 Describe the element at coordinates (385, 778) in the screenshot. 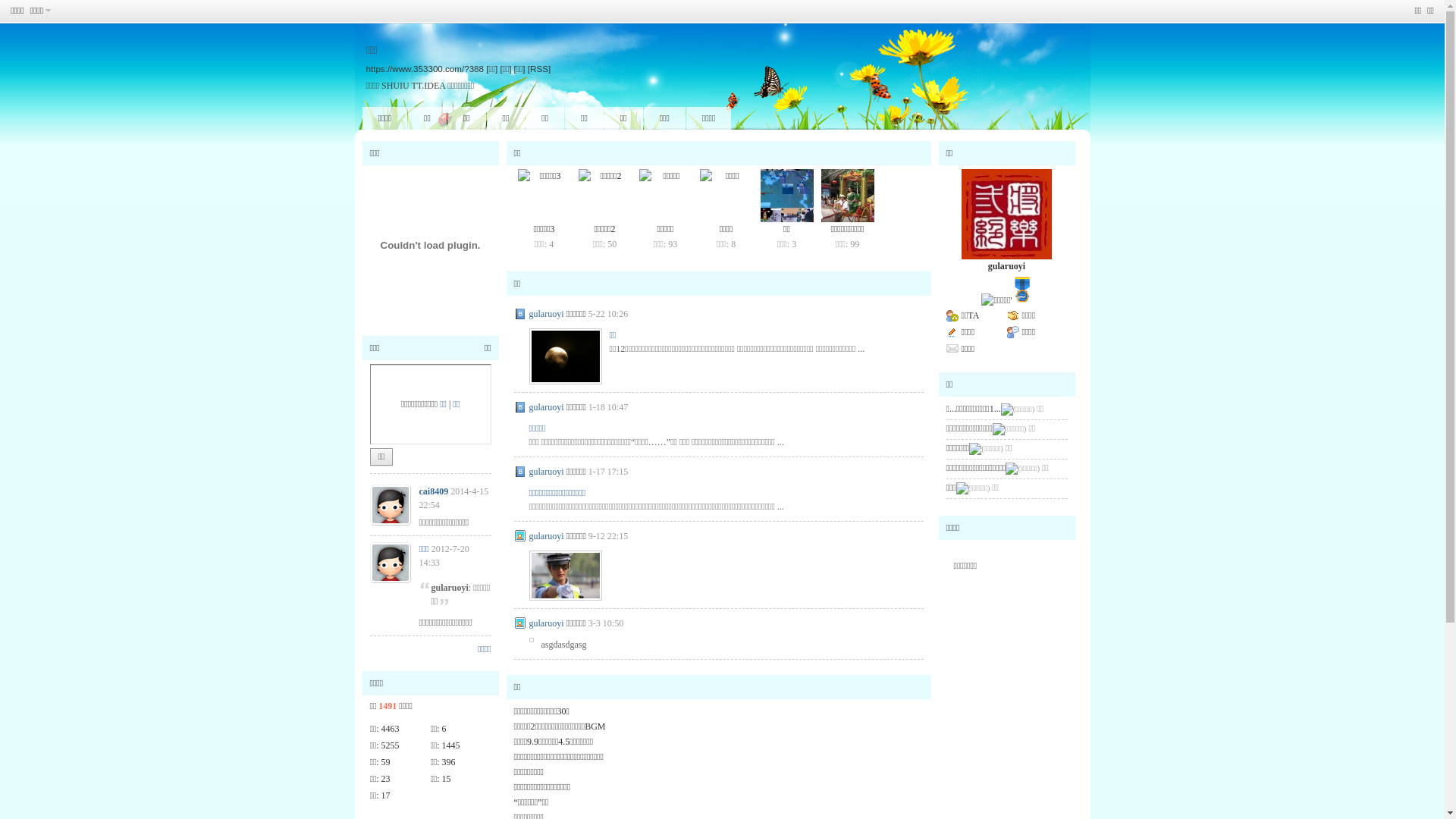

I see `'23'` at that location.